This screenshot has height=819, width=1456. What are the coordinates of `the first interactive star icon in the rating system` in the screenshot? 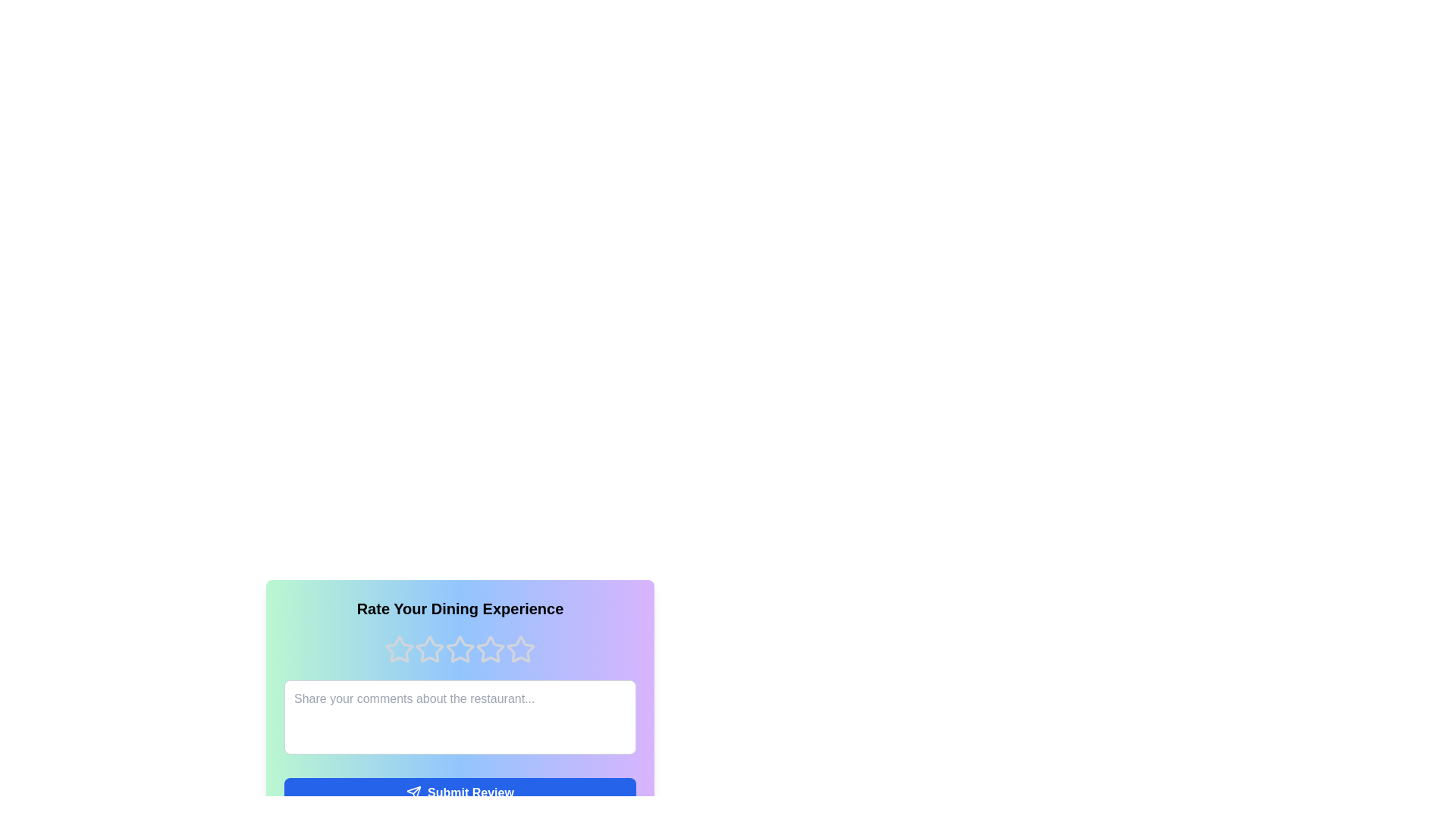 It's located at (400, 648).